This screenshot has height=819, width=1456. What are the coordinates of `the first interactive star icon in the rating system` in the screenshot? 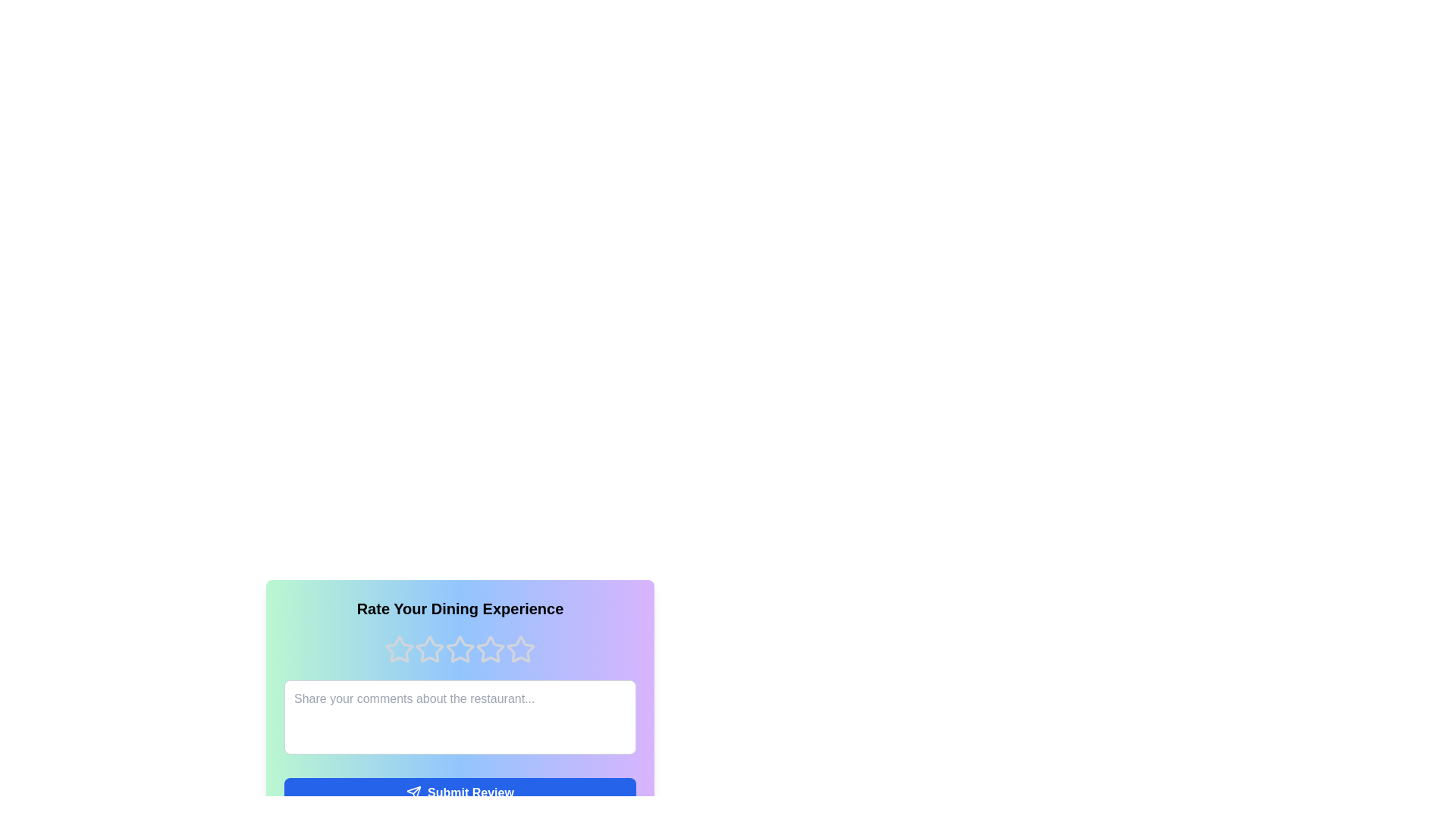 It's located at (400, 648).